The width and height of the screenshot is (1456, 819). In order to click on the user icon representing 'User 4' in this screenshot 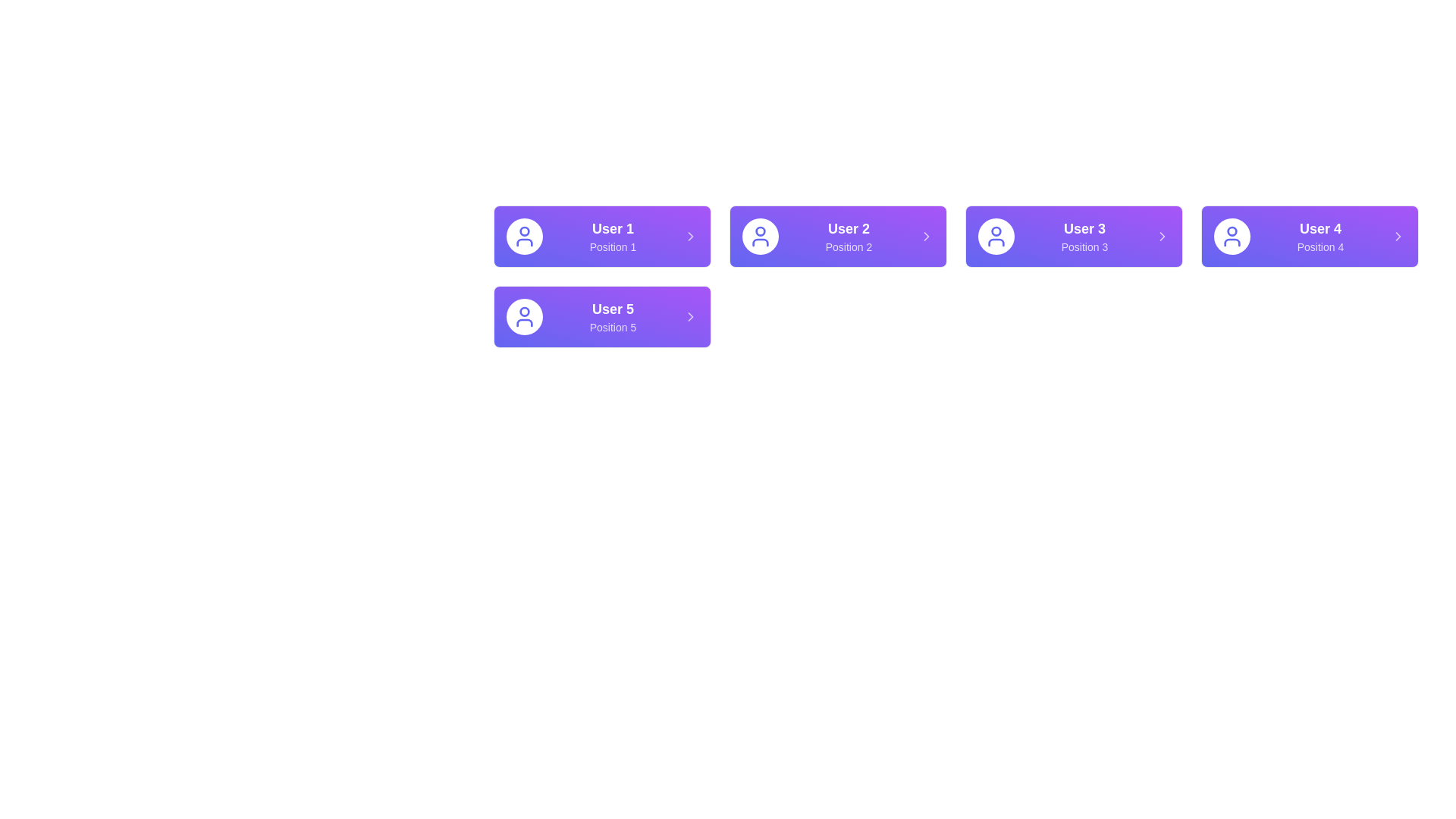, I will do `click(1232, 237)`.